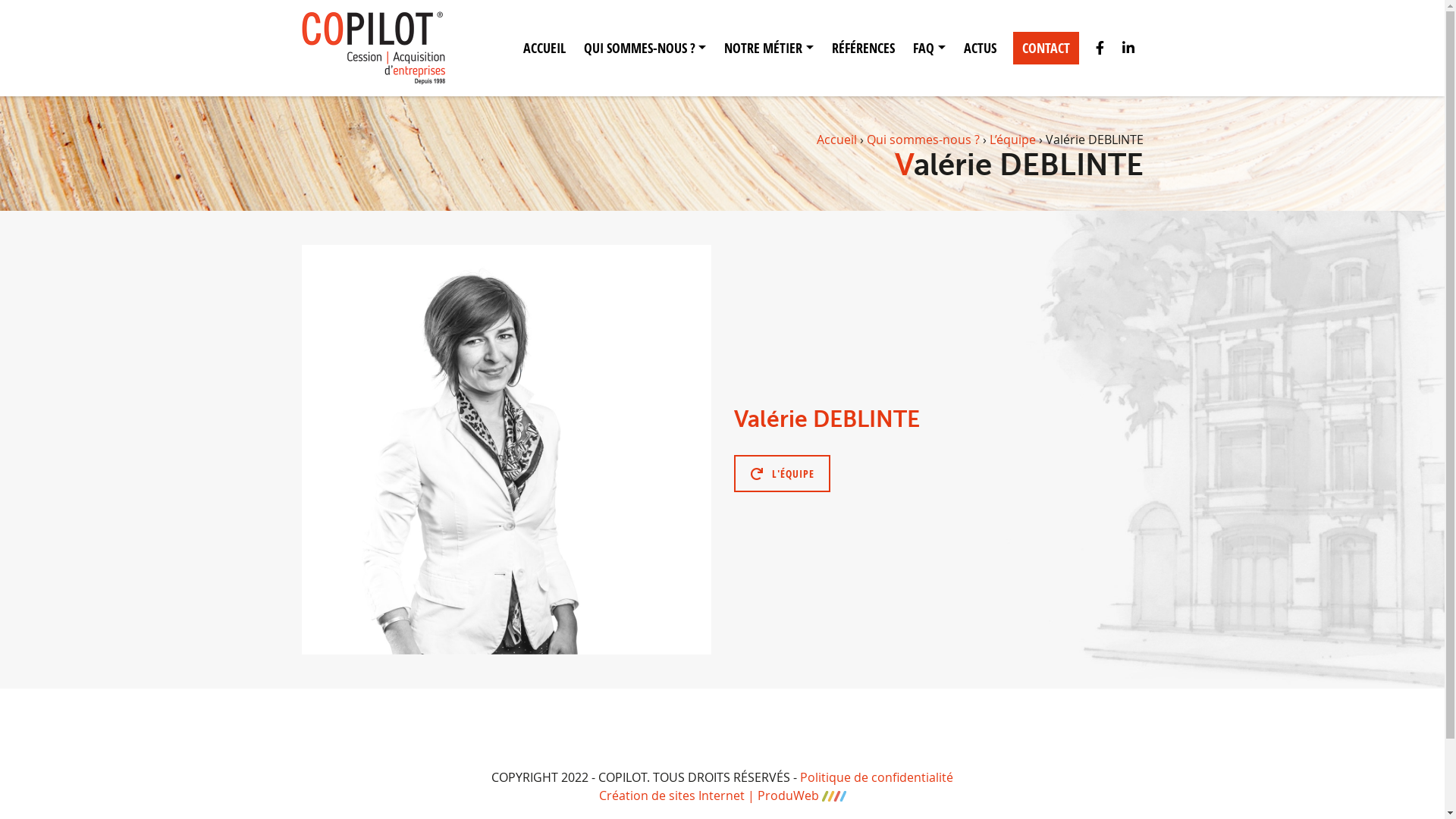 This screenshot has width=1456, height=819. I want to click on 'valerie-1', so click(506, 447).